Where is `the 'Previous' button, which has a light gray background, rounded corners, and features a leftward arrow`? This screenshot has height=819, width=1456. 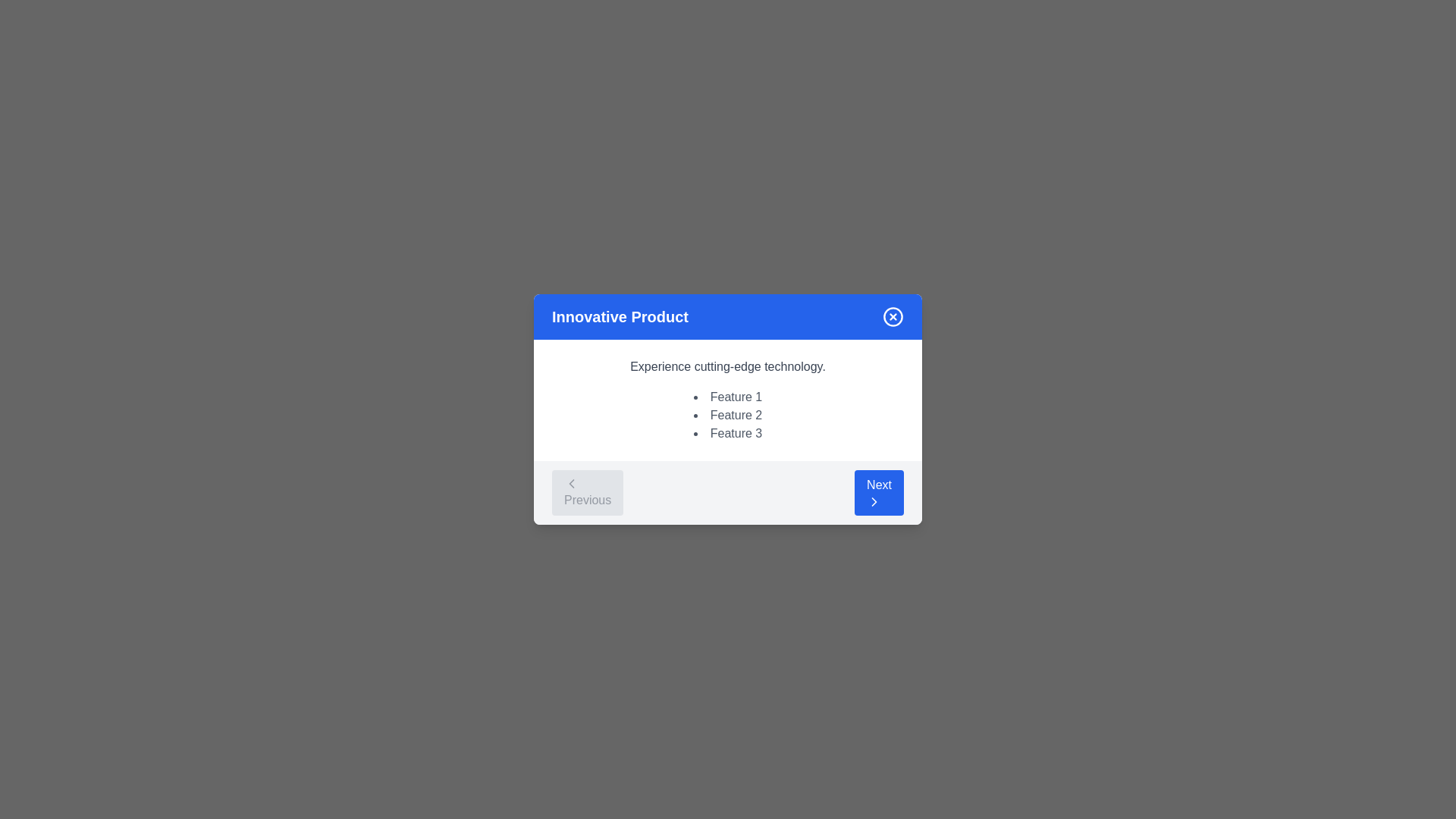
the 'Previous' button, which has a light gray background, rounded corners, and features a leftward arrow is located at coordinates (587, 493).